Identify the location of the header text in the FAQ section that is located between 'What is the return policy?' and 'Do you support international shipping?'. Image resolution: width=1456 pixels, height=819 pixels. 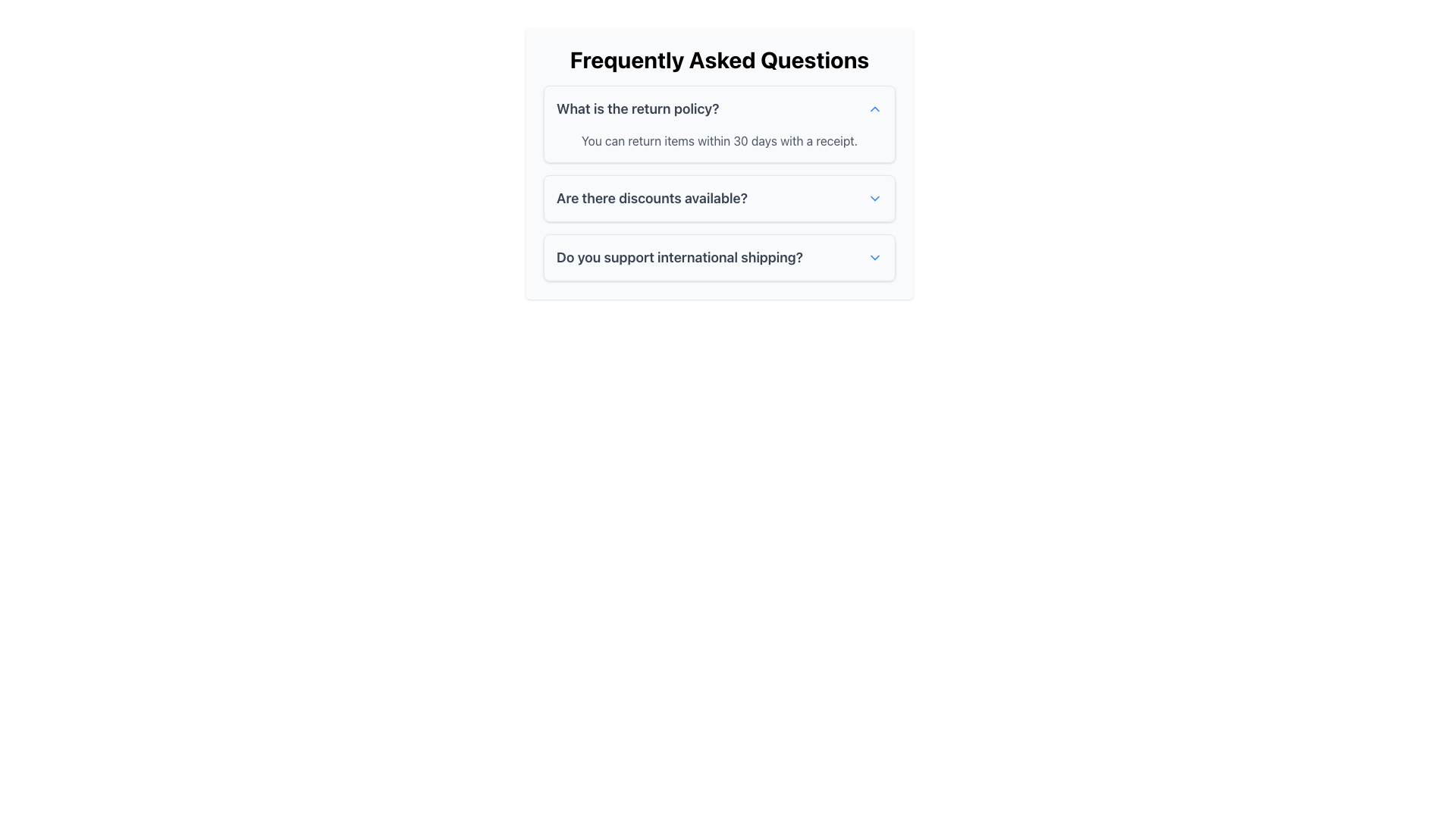
(651, 198).